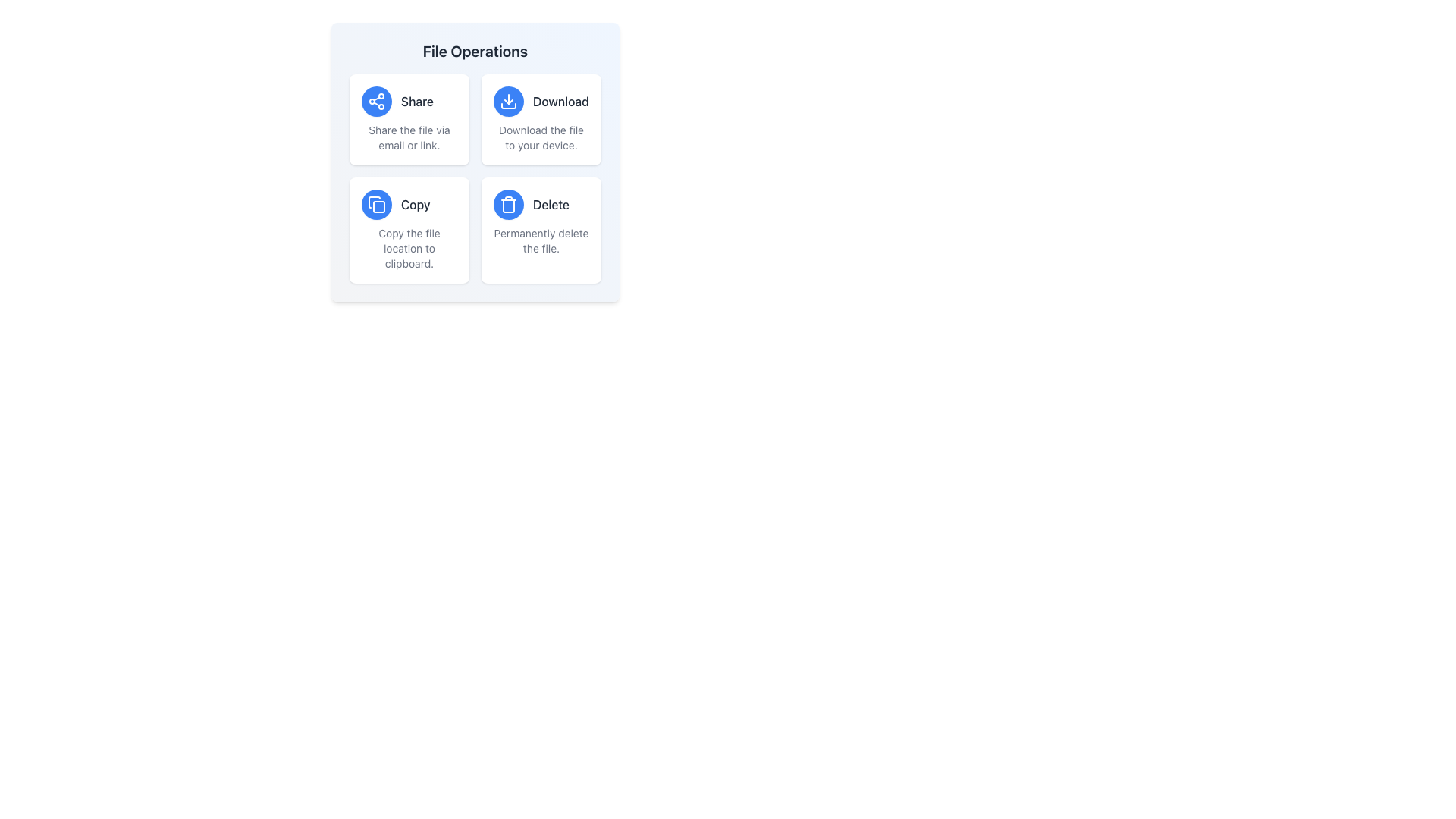 This screenshot has height=819, width=1456. Describe the element at coordinates (377, 205) in the screenshot. I see `the 'Copy' button located in the lower-left section of the button grid to copy the file's location to the clipboard` at that location.